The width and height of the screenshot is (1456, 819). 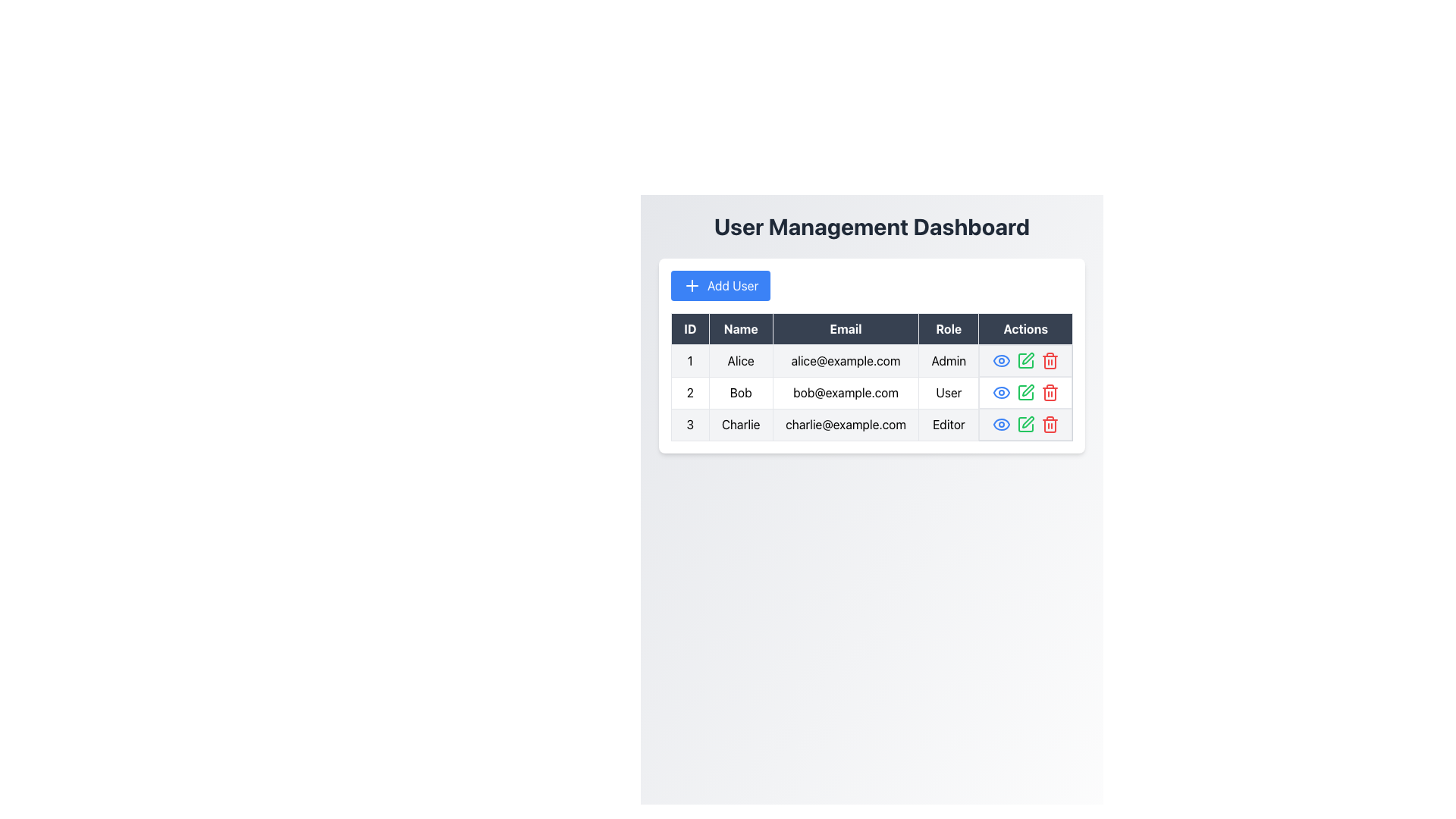 I want to click on the first square icon with rounded corners in the 'Actions' column of the table, so click(x=1025, y=391).